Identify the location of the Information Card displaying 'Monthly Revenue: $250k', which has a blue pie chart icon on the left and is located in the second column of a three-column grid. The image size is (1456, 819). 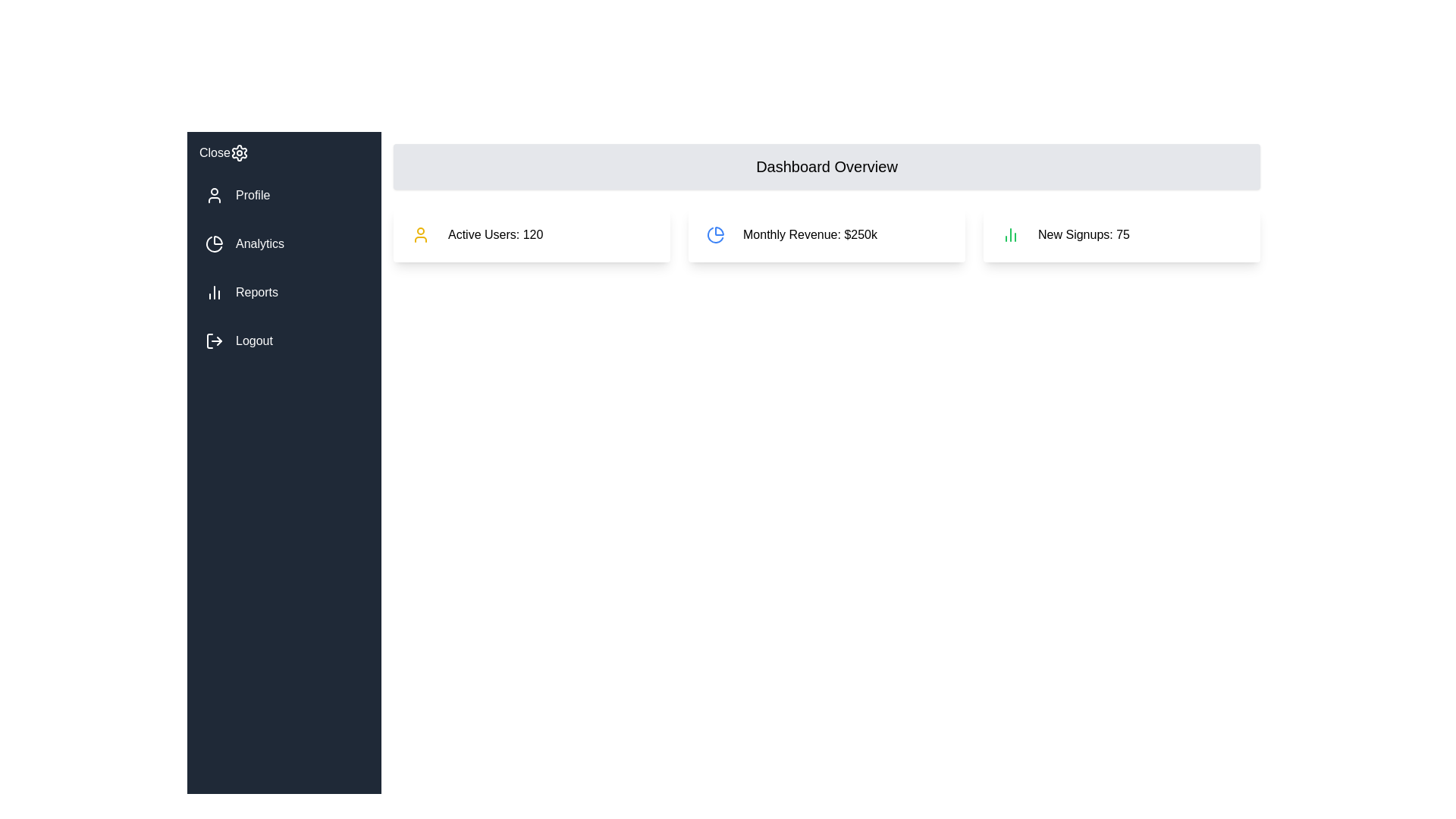
(826, 234).